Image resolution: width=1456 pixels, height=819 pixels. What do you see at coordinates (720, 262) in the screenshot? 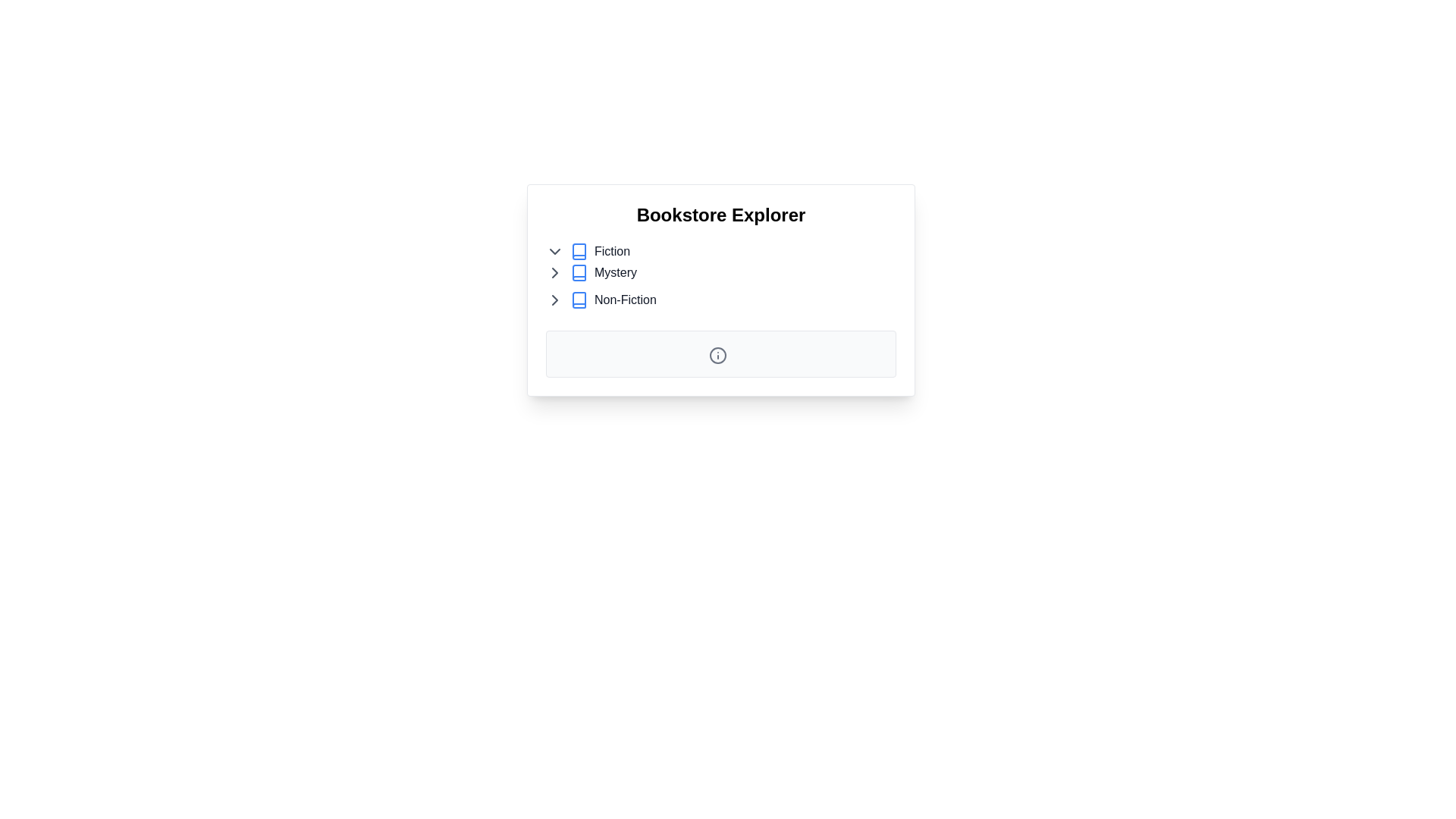
I see `the List Section titled 'Bookstore Explorer'` at bounding box center [720, 262].